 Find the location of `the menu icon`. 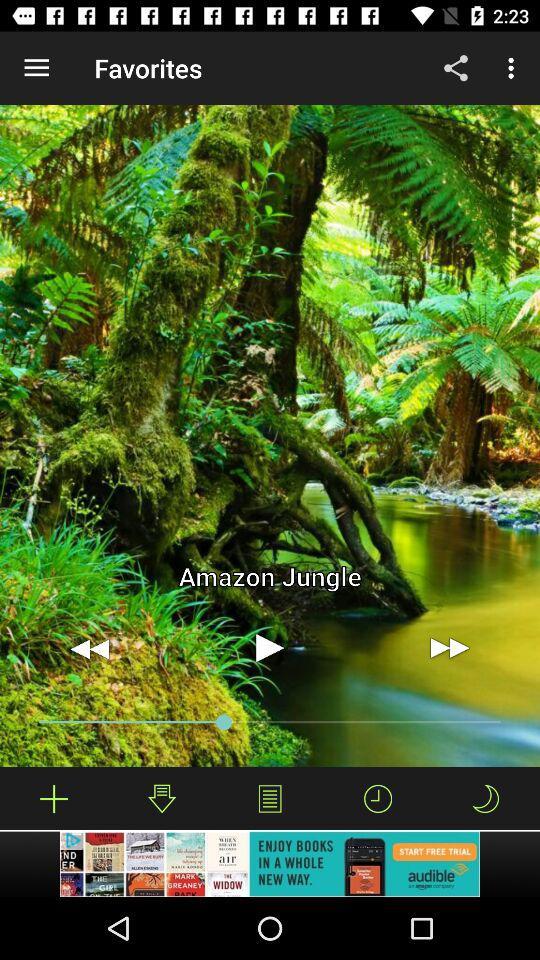

the menu icon is located at coordinates (270, 798).